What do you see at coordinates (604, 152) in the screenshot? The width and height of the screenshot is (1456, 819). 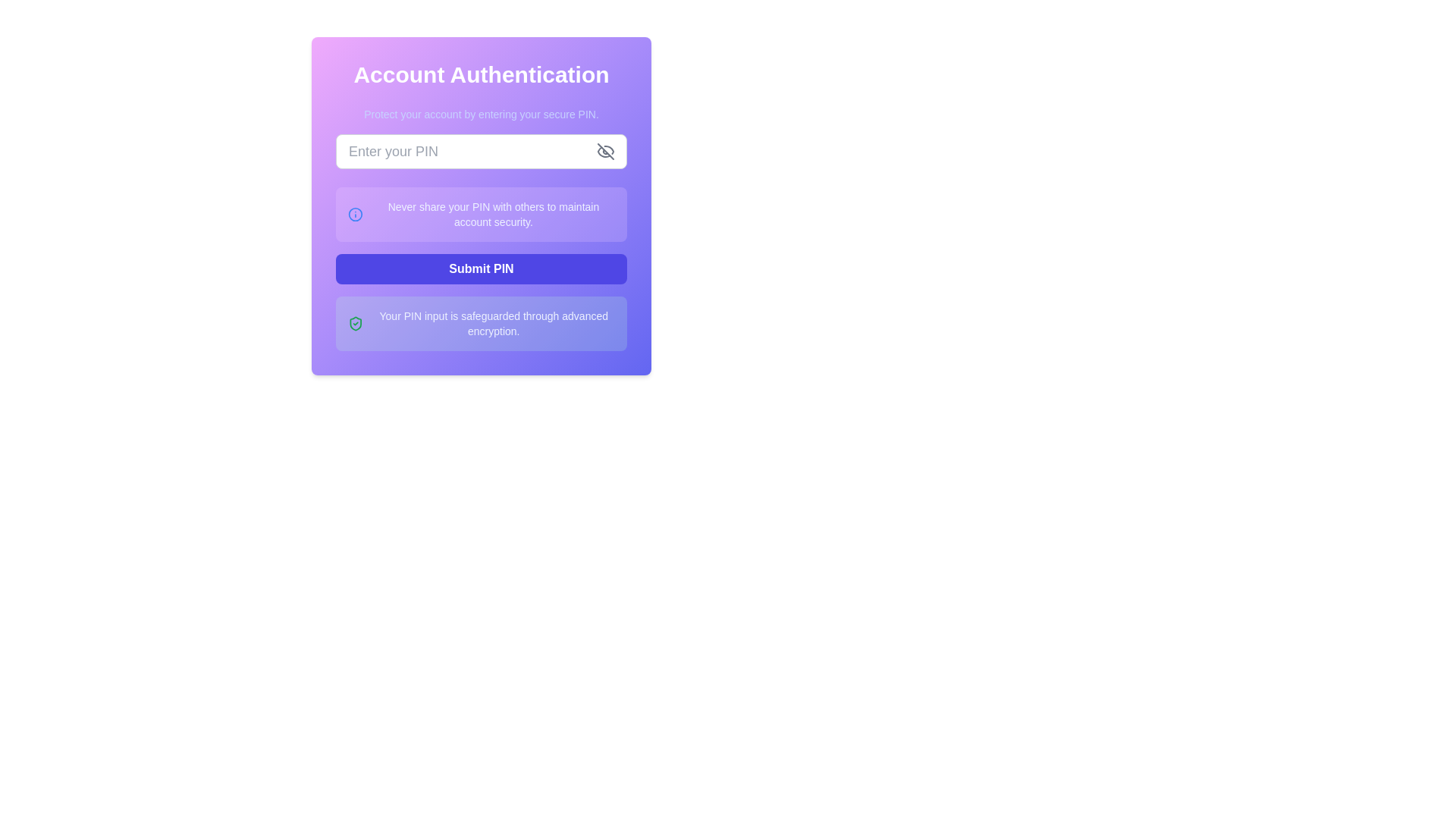 I see `the icon button to the right of the 'Enter your PIN' input field` at bounding box center [604, 152].